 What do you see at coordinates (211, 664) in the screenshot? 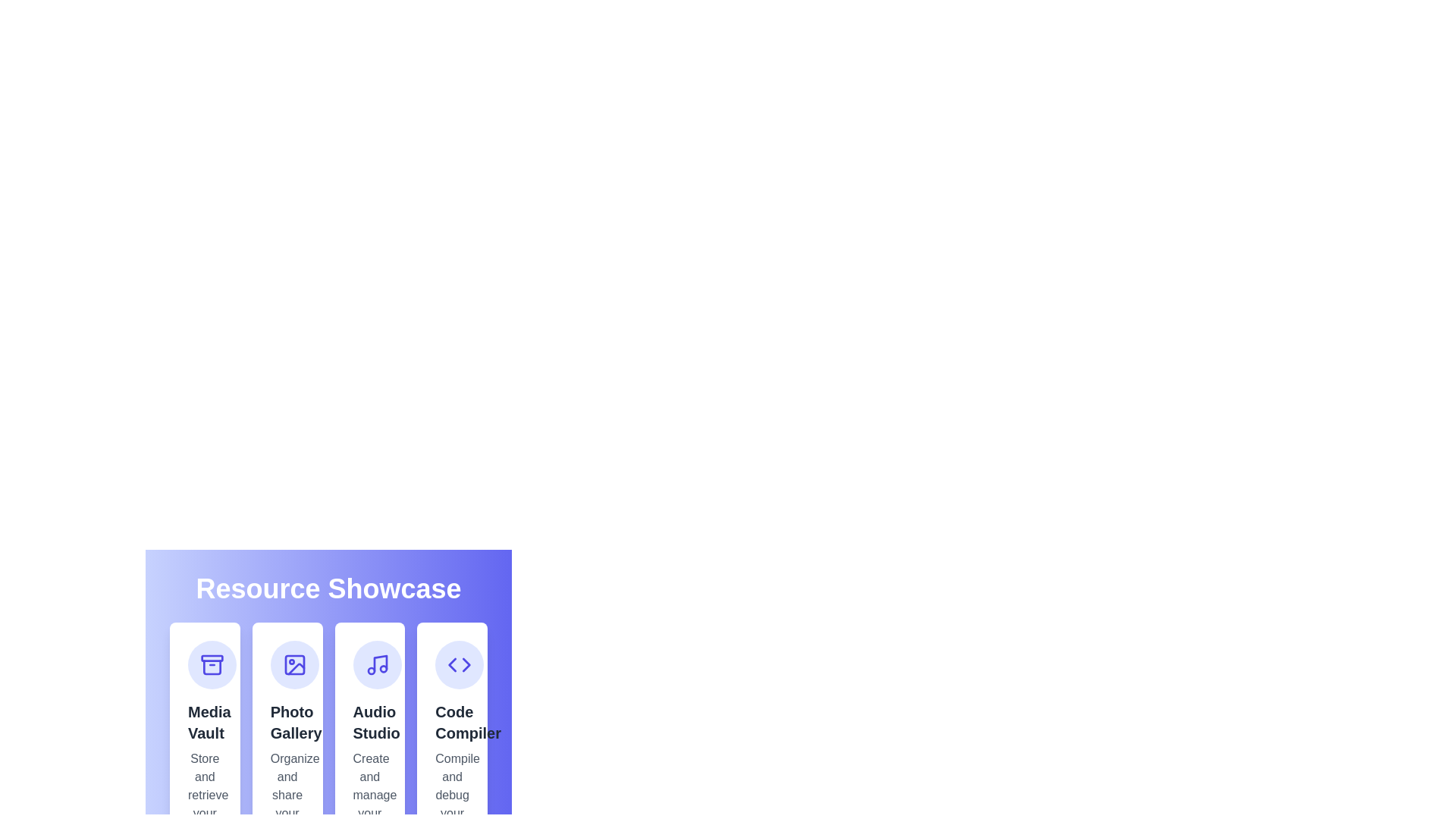
I see `the circular icon with a light indigo background and indigo-colored archive symbol, located above the 'Media Vault' text block in the leftmost card of the grid under the 'Resource Showcase' heading` at bounding box center [211, 664].